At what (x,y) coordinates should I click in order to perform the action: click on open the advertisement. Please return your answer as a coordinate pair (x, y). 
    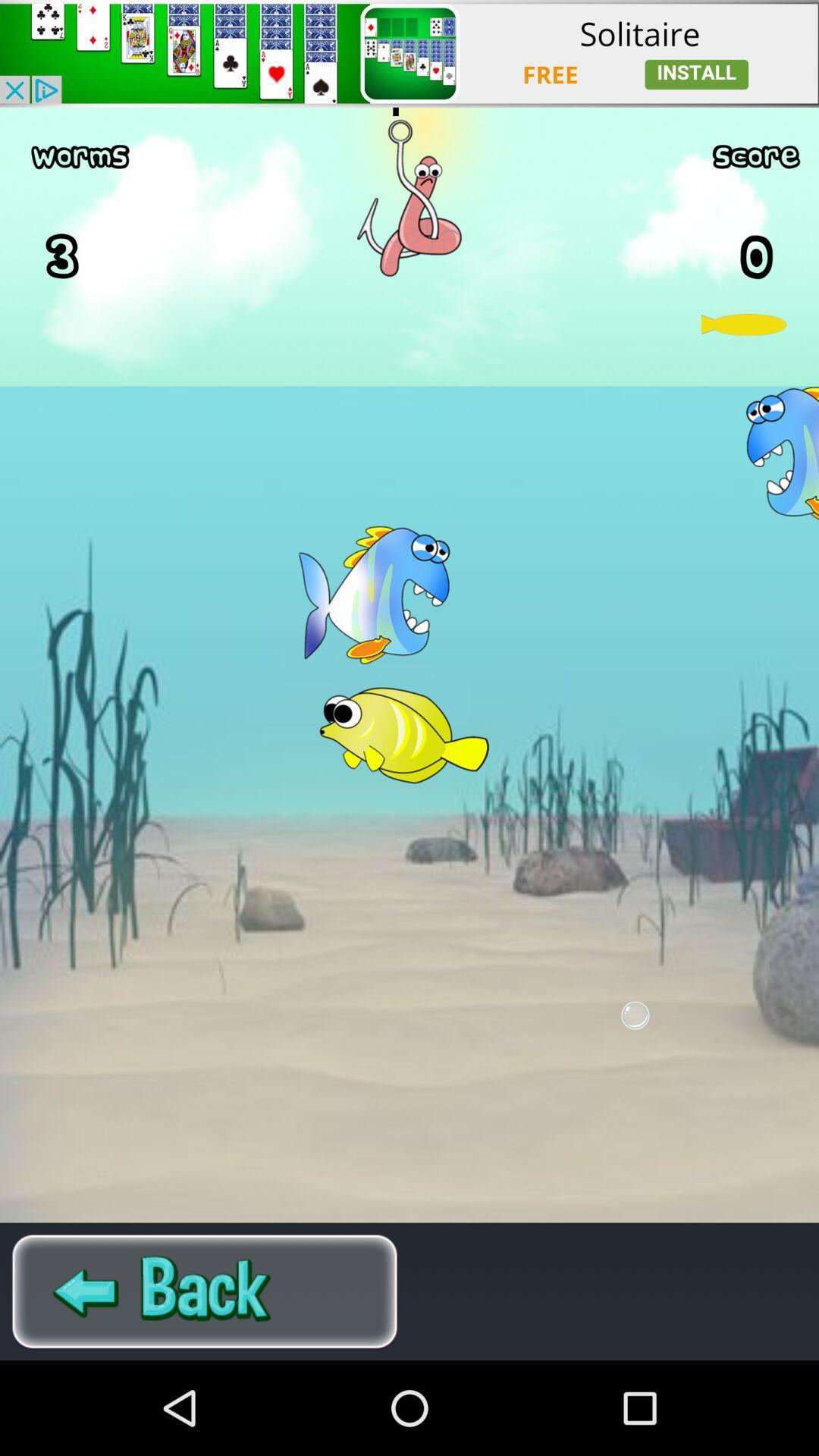
    Looking at the image, I should click on (409, 53).